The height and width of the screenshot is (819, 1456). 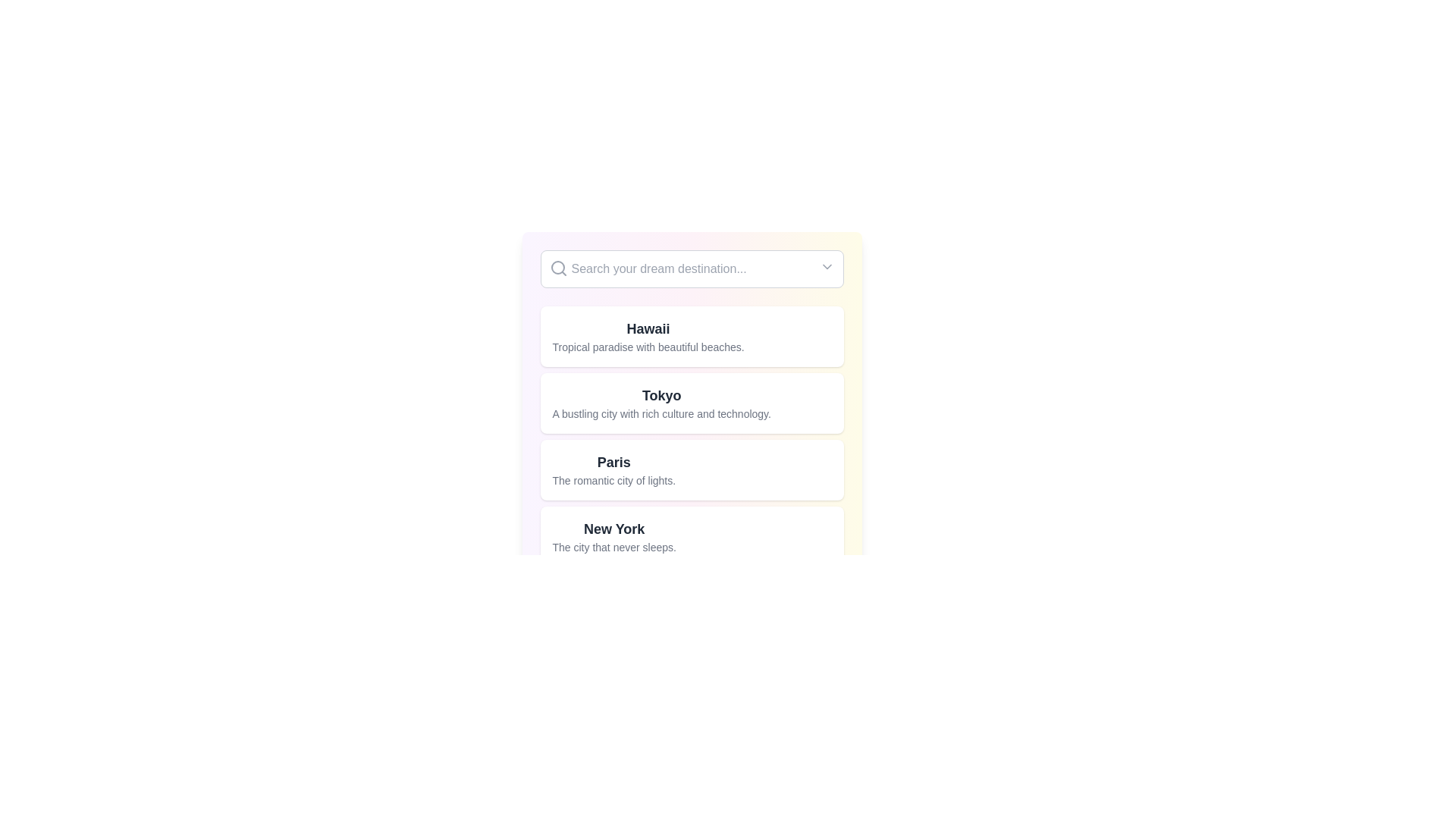 I want to click on the last list item containing the title 'New York' and the description 'The city that never sleeps.', so click(x=614, y=536).